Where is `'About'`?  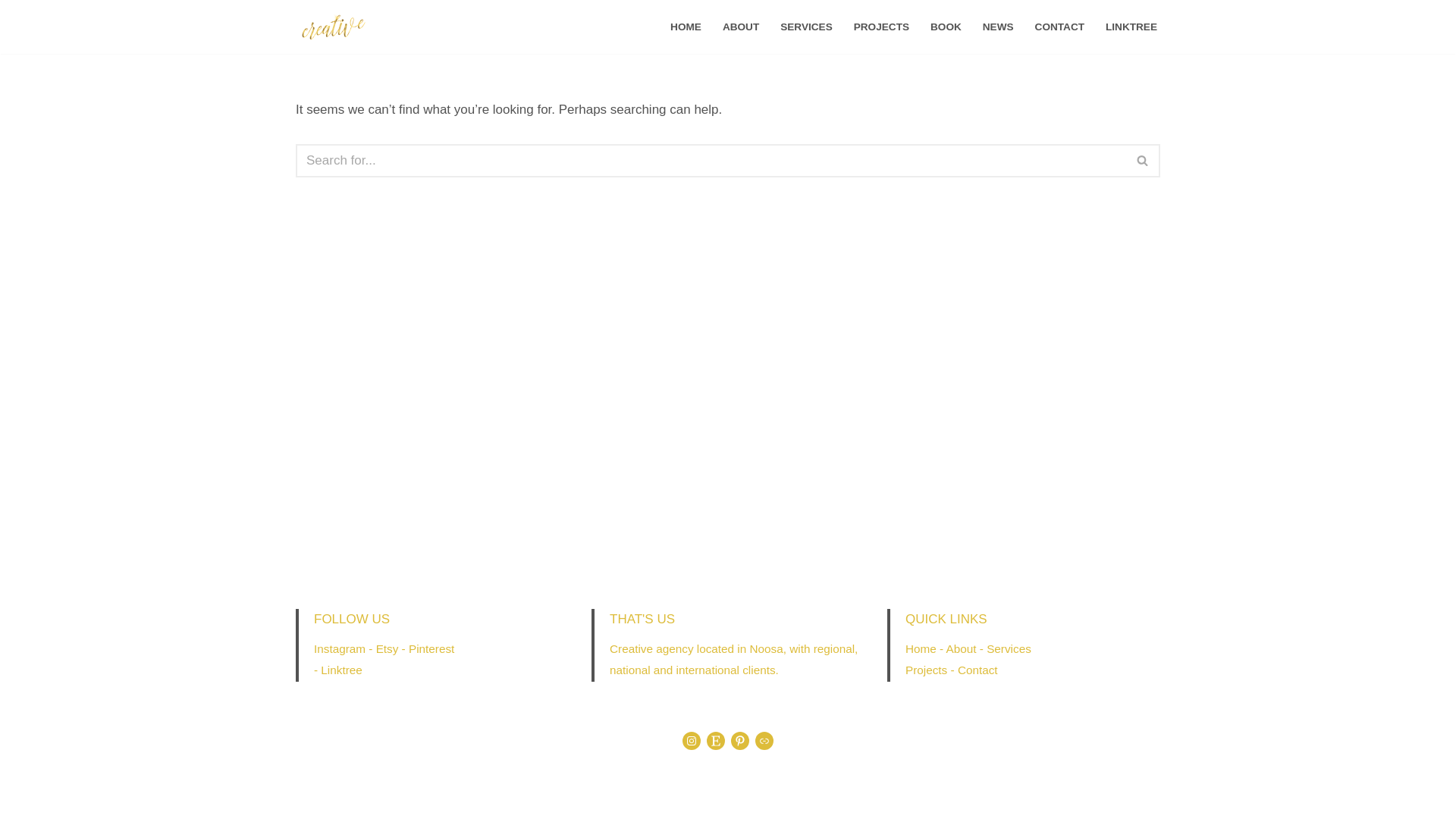
'About' is located at coordinates (946, 648).